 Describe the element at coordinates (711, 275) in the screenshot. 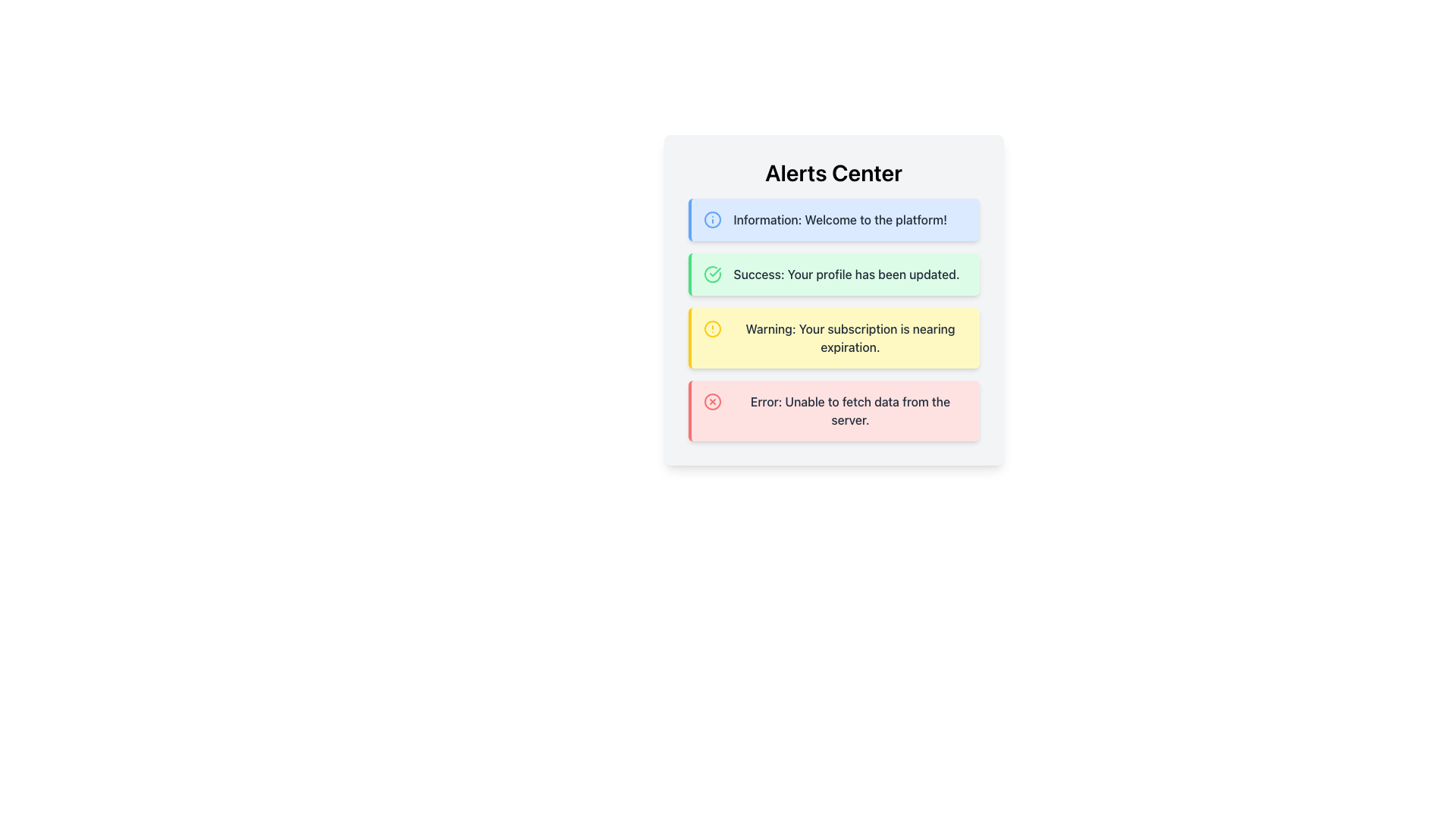

I see `the green circular checkmark icon within the 'Success' alert box that indicates the successful update of a profile` at that location.